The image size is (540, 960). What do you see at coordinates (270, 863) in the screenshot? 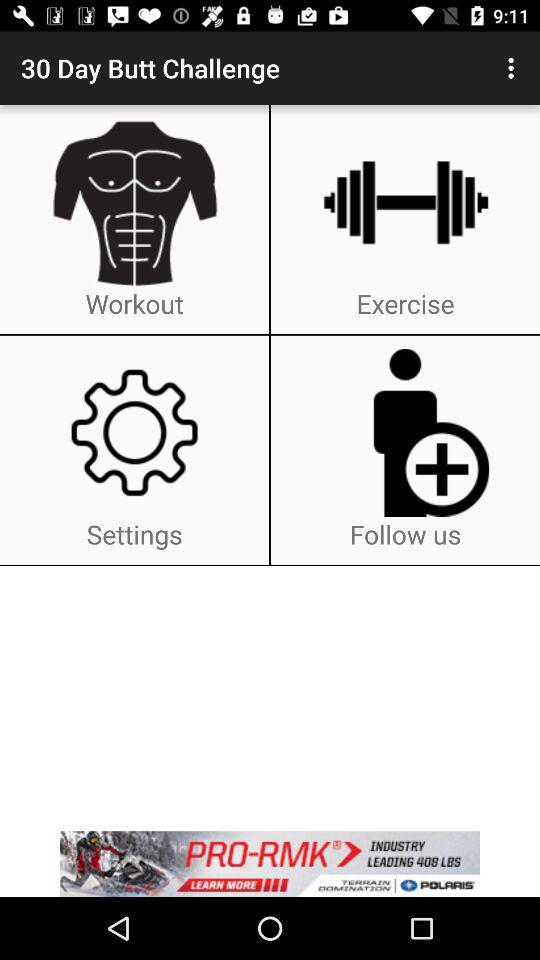
I see `advertisement` at bounding box center [270, 863].